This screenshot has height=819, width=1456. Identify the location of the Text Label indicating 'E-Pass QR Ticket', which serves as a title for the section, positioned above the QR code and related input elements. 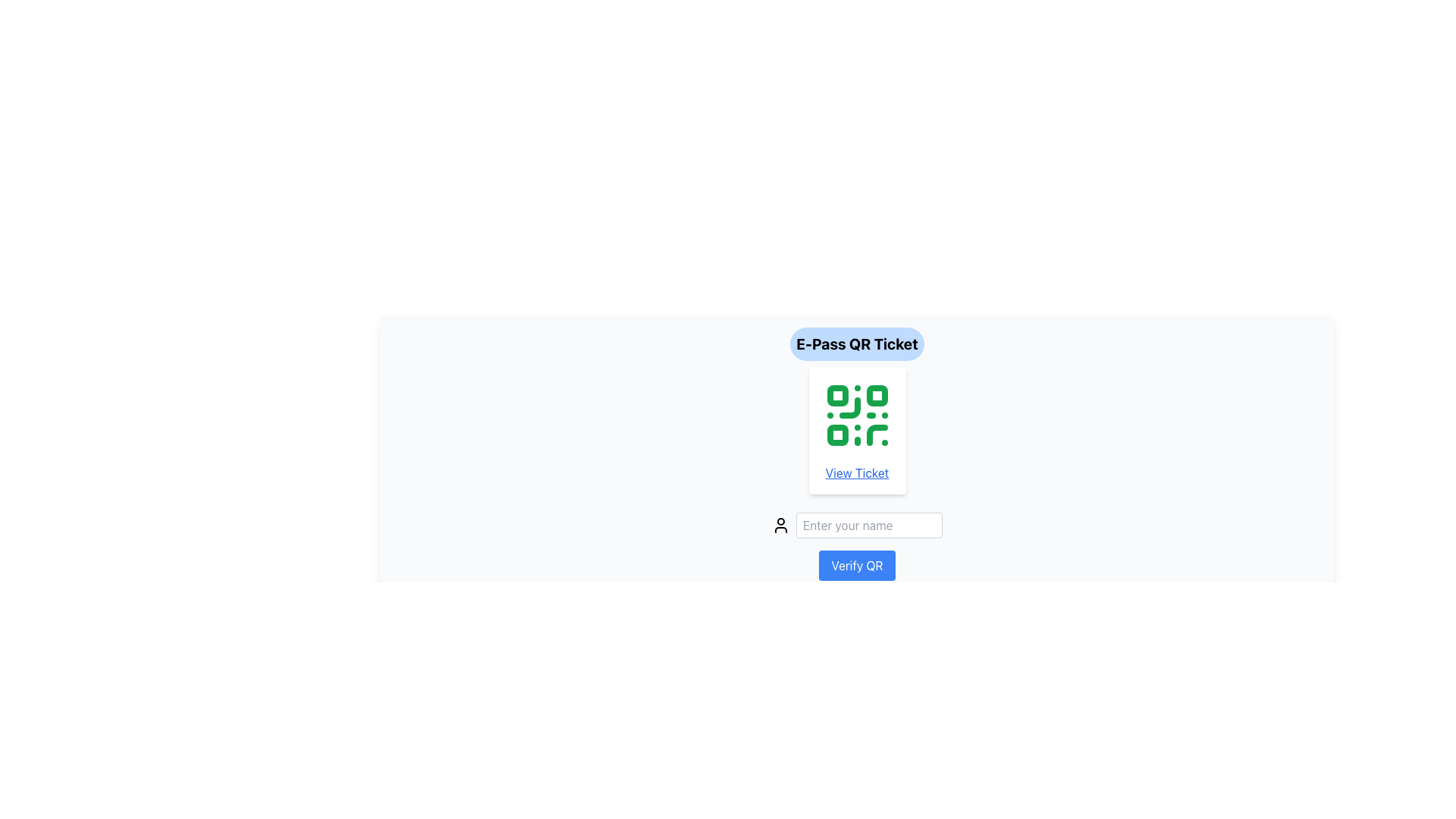
(857, 344).